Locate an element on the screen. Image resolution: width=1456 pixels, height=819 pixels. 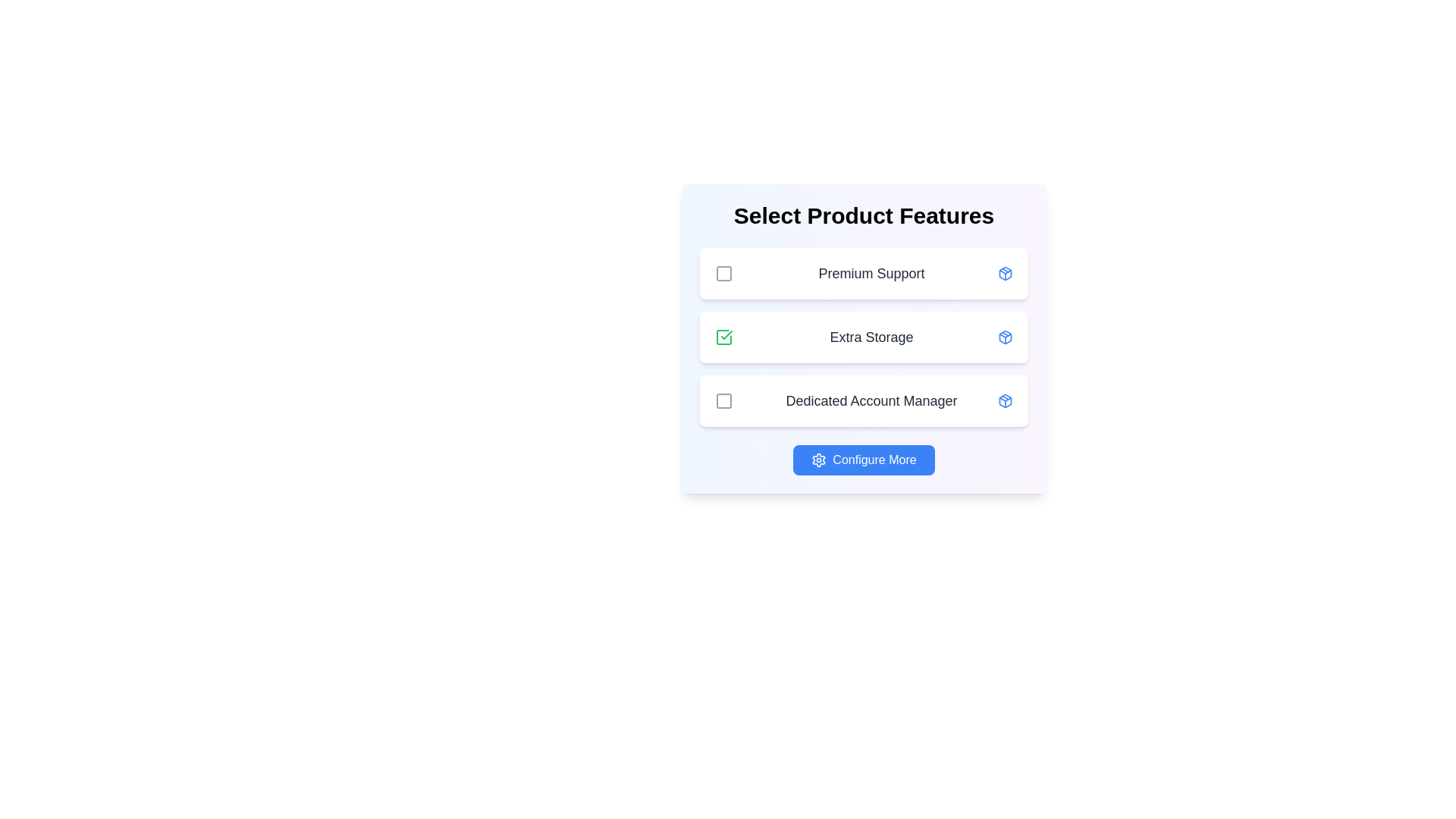
'Configure More' button to proceed is located at coordinates (864, 459).